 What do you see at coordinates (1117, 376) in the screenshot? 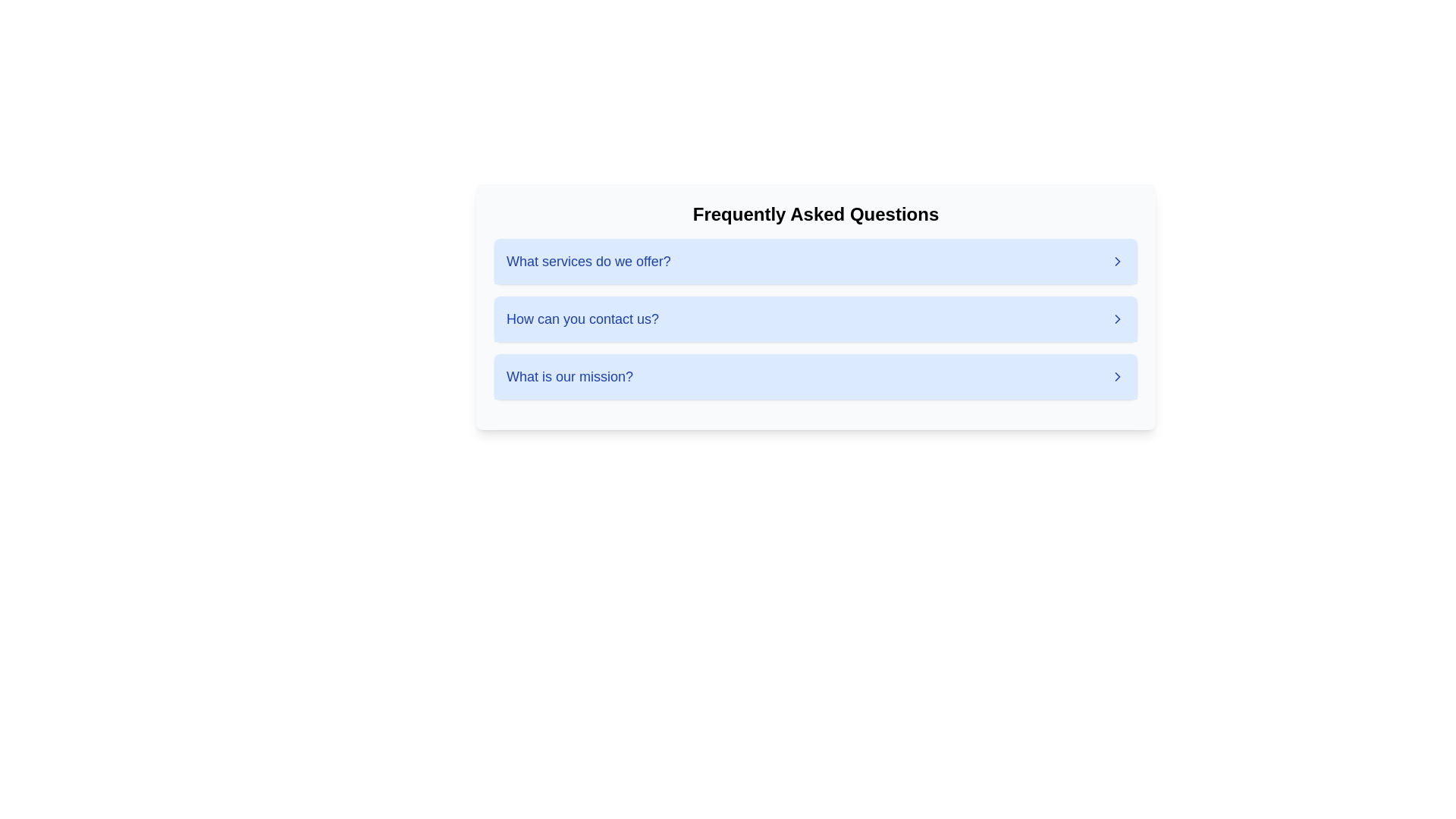
I see `the Chevron Icon located on the far right side of the last row in the Frequently Asked Questions section` at bounding box center [1117, 376].